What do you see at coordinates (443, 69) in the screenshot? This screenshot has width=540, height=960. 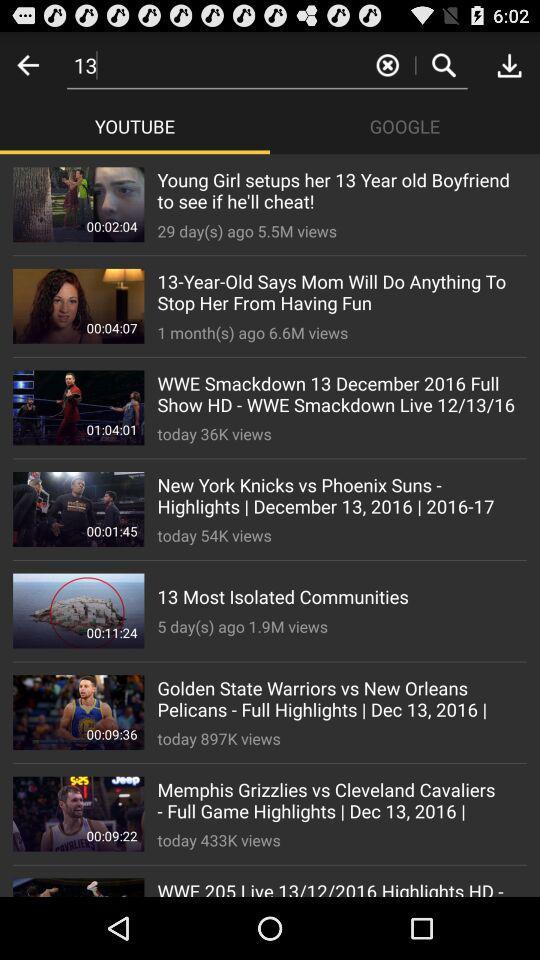 I see `the search icon` at bounding box center [443, 69].